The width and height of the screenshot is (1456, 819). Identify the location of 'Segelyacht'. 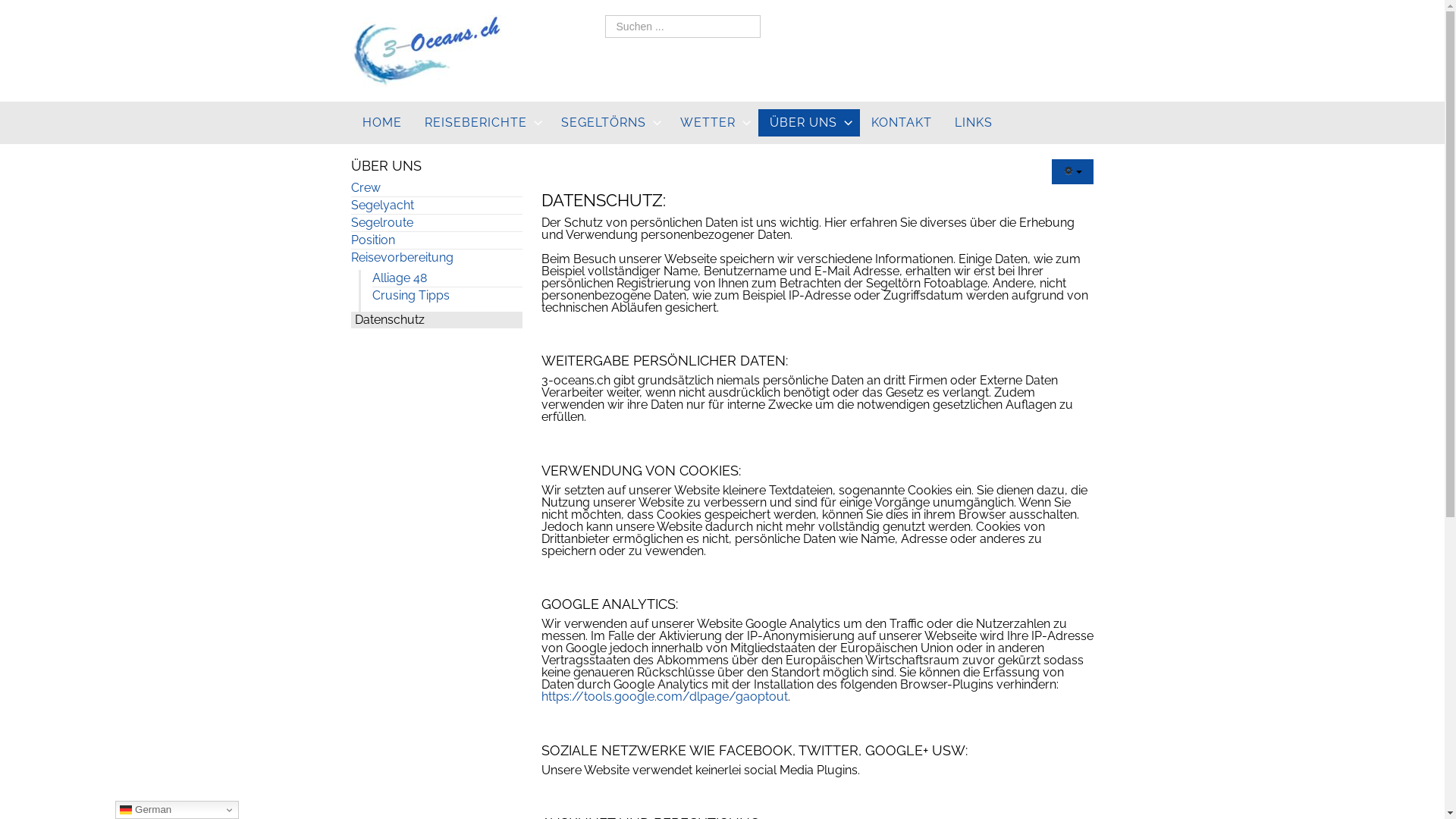
(435, 205).